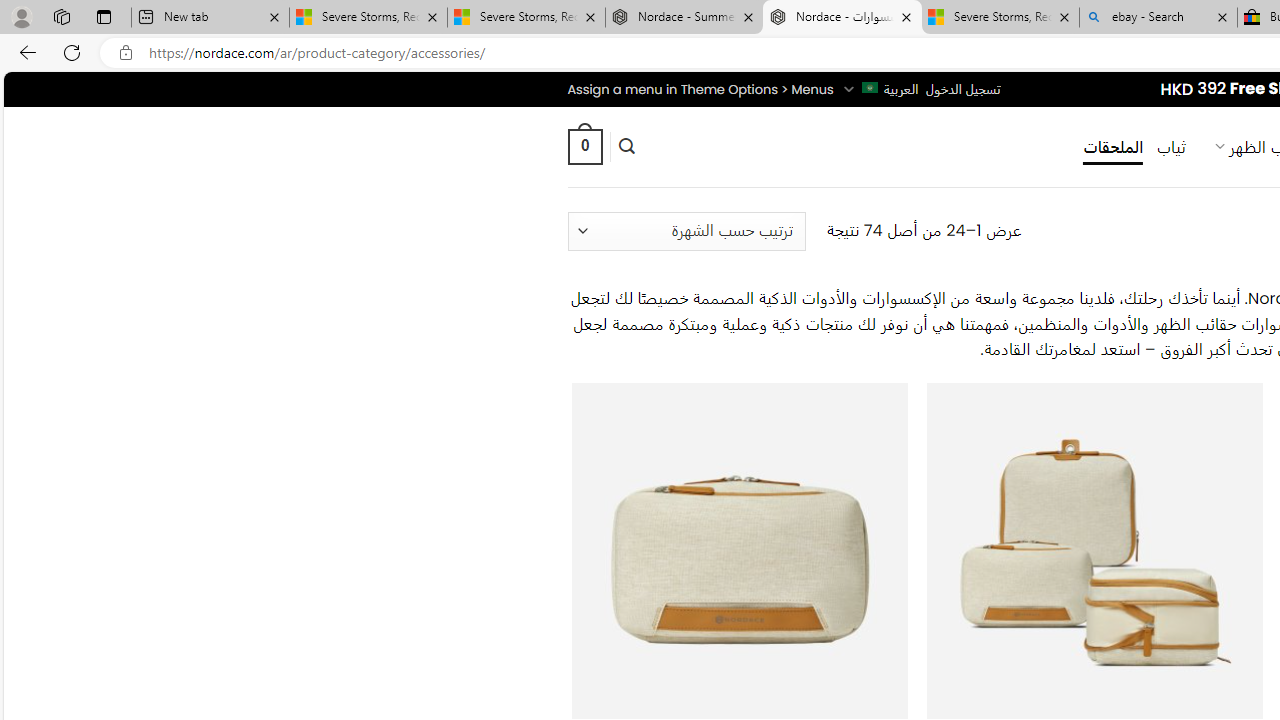  I want to click on 'View site information', so click(125, 52).